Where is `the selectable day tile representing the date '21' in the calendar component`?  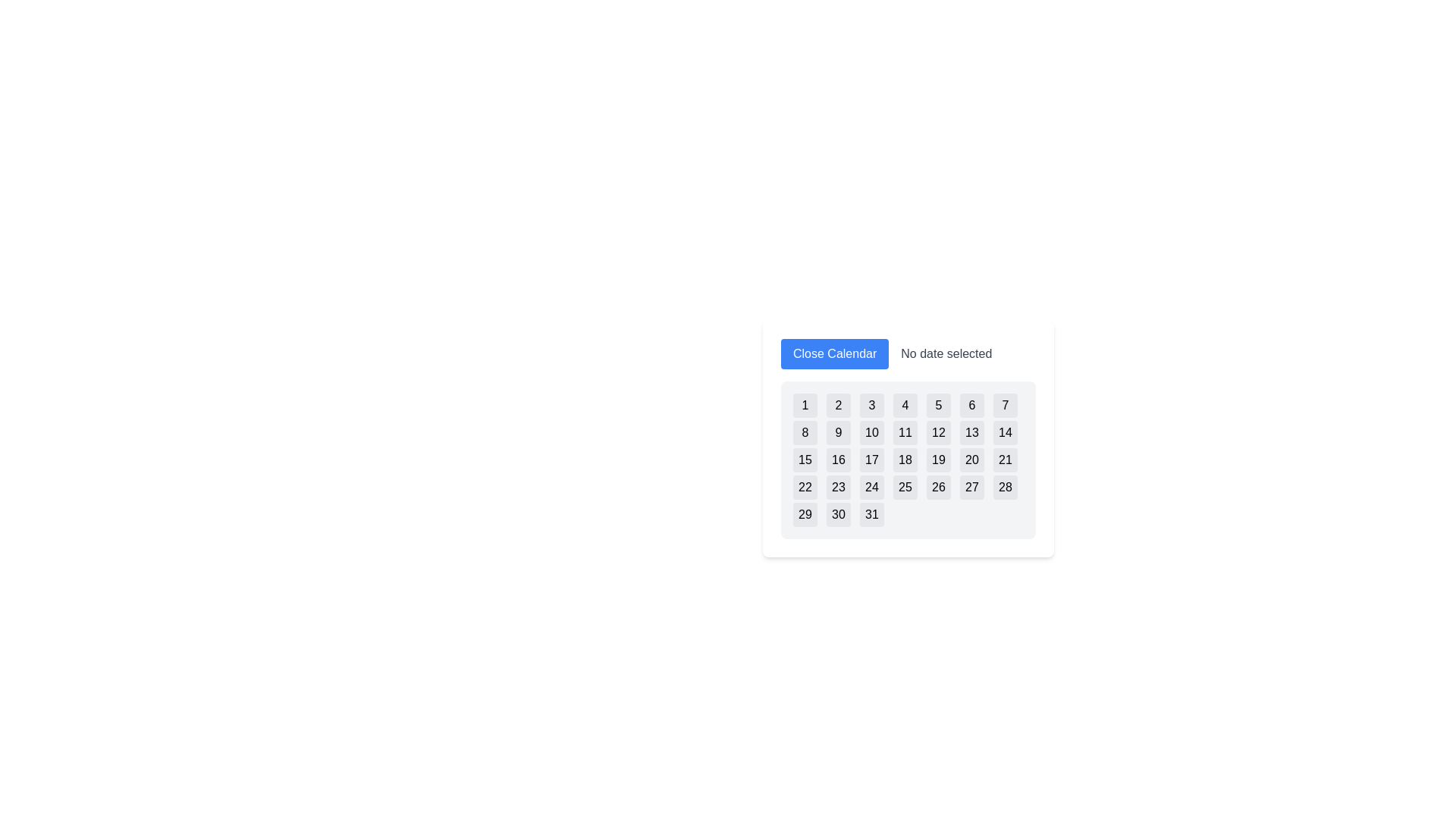
the selectable day tile representing the date '21' in the calendar component is located at coordinates (1005, 459).